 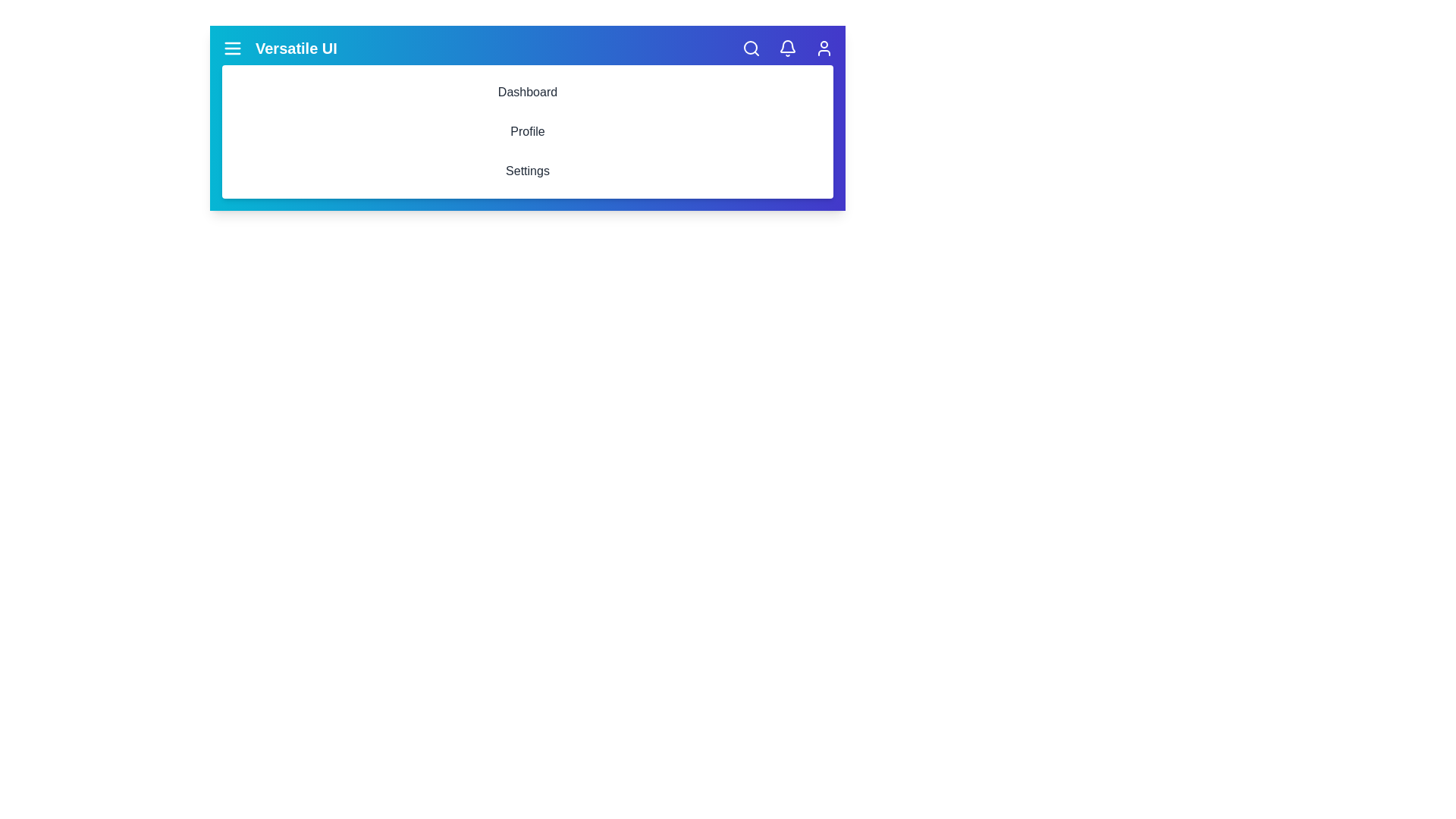 I want to click on the user icon to access user-related options, so click(x=823, y=48).